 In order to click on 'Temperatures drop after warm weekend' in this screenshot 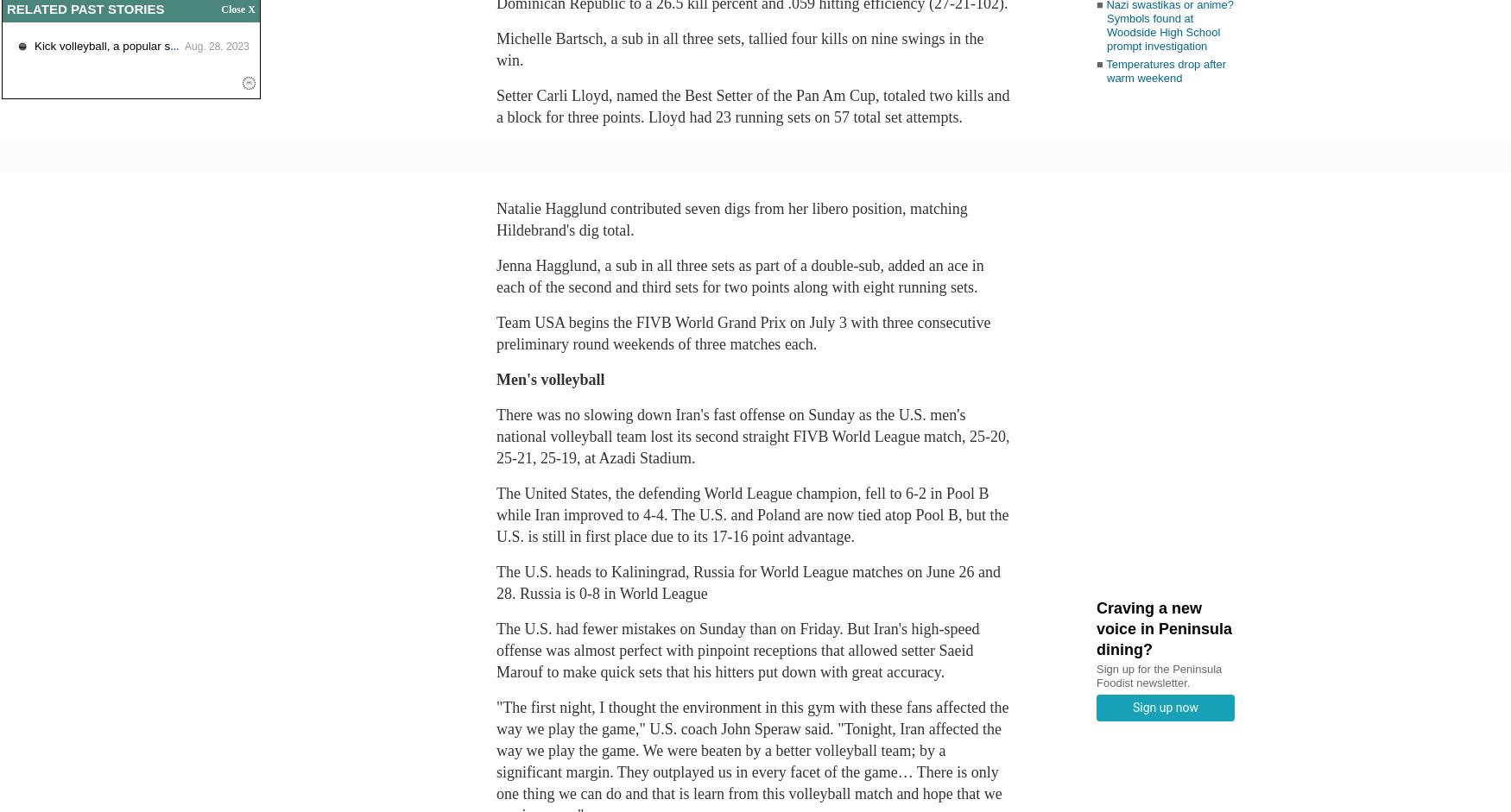, I will do `click(1165, 69)`.